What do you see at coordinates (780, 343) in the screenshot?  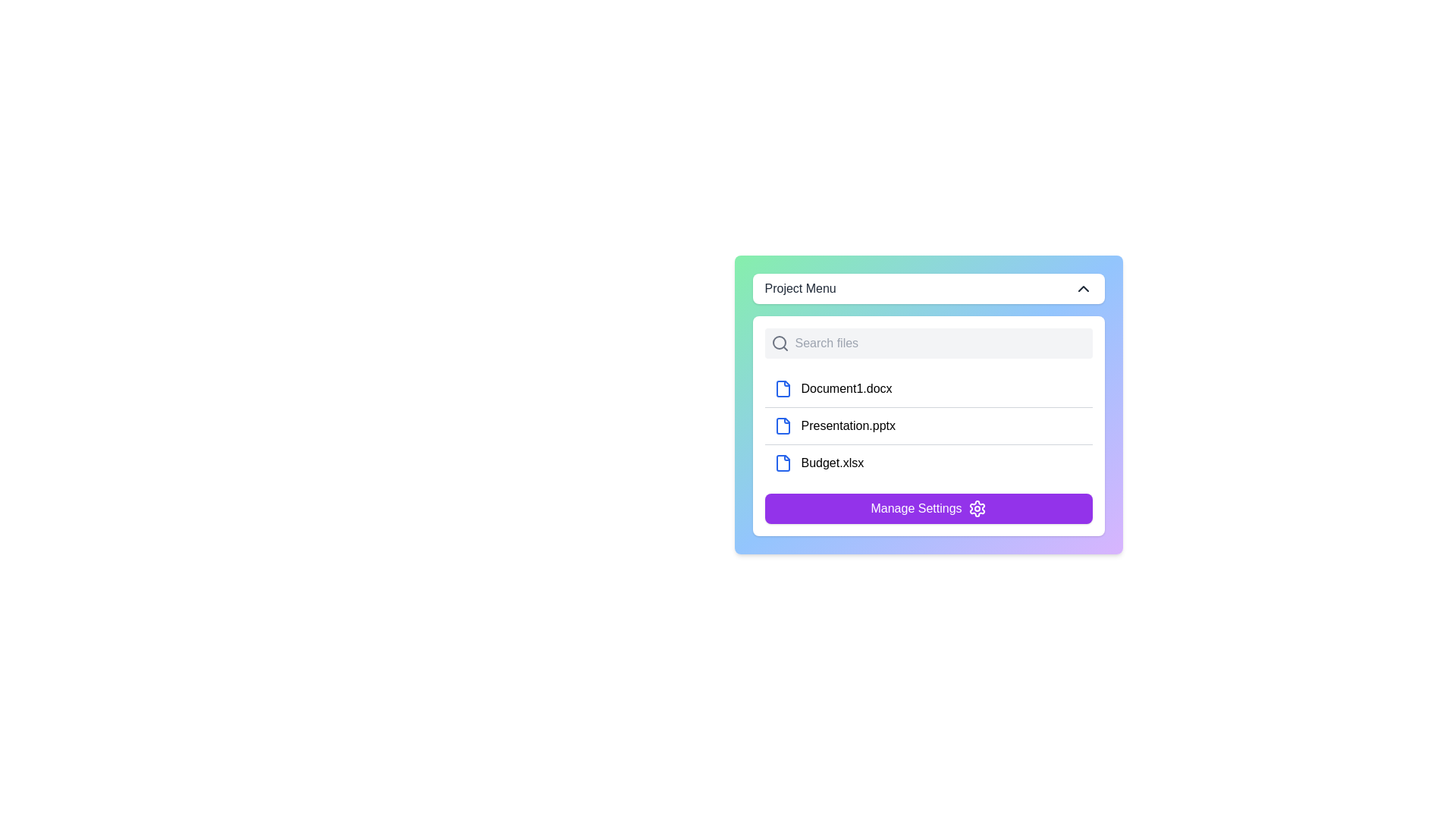 I see `the search icon located on the left side of the search bar` at bounding box center [780, 343].